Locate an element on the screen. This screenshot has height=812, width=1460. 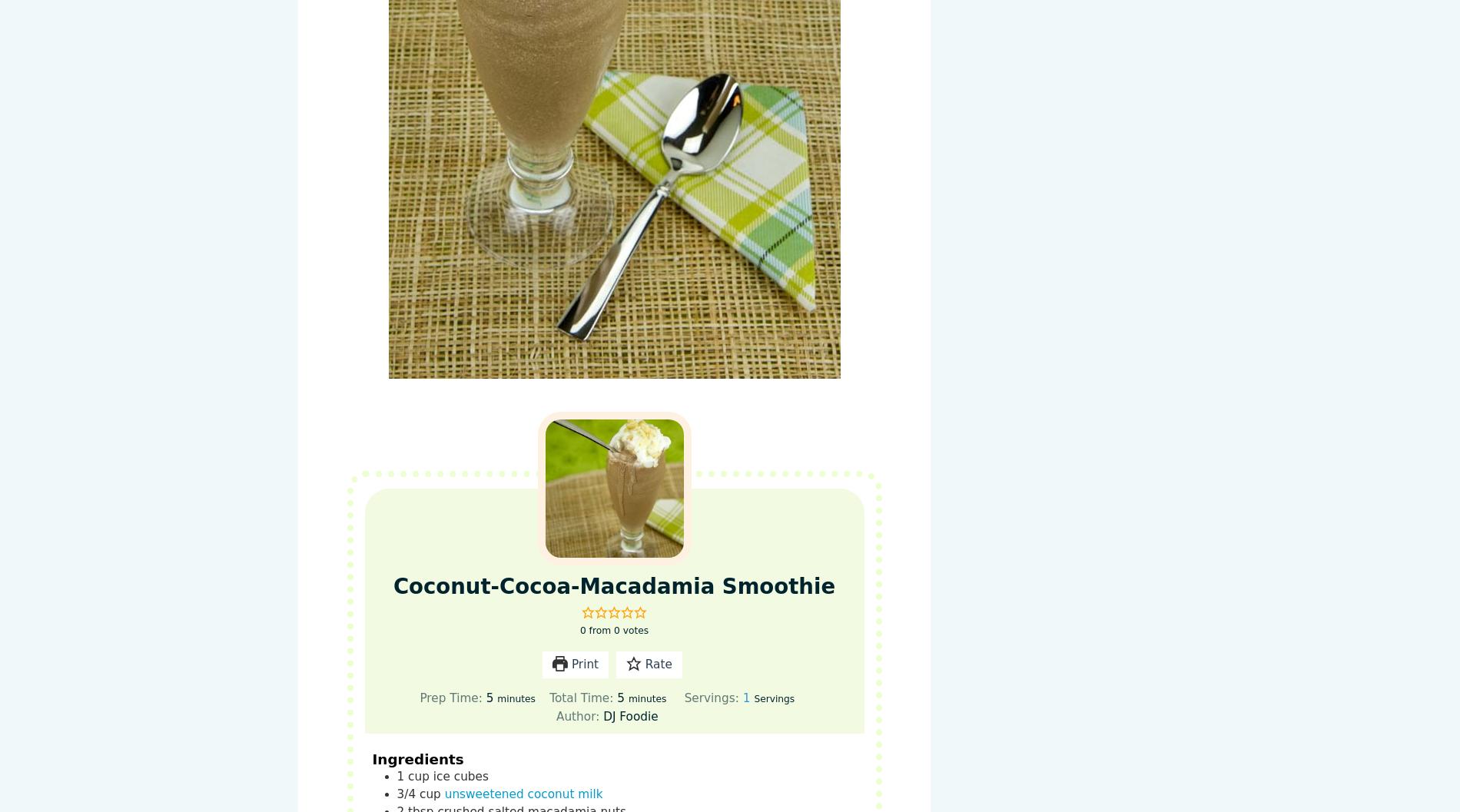
'3/4' is located at coordinates (406, 793).